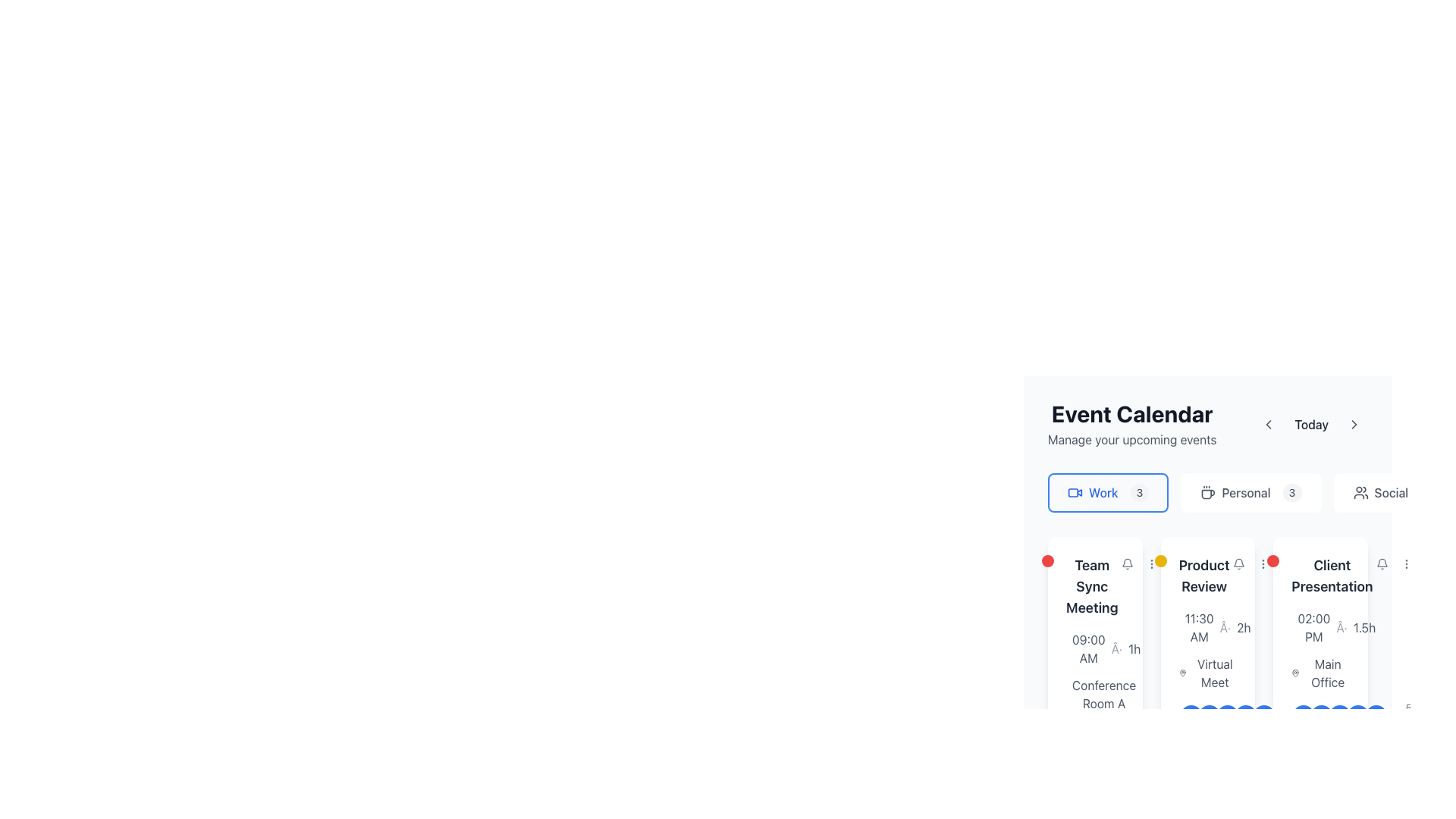 This screenshot has width=1456, height=819. Describe the element at coordinates (1405, 564) in the screenshot. I see `the options button located on the far right side of the icon group, adjacent to the bell icon` at that location.